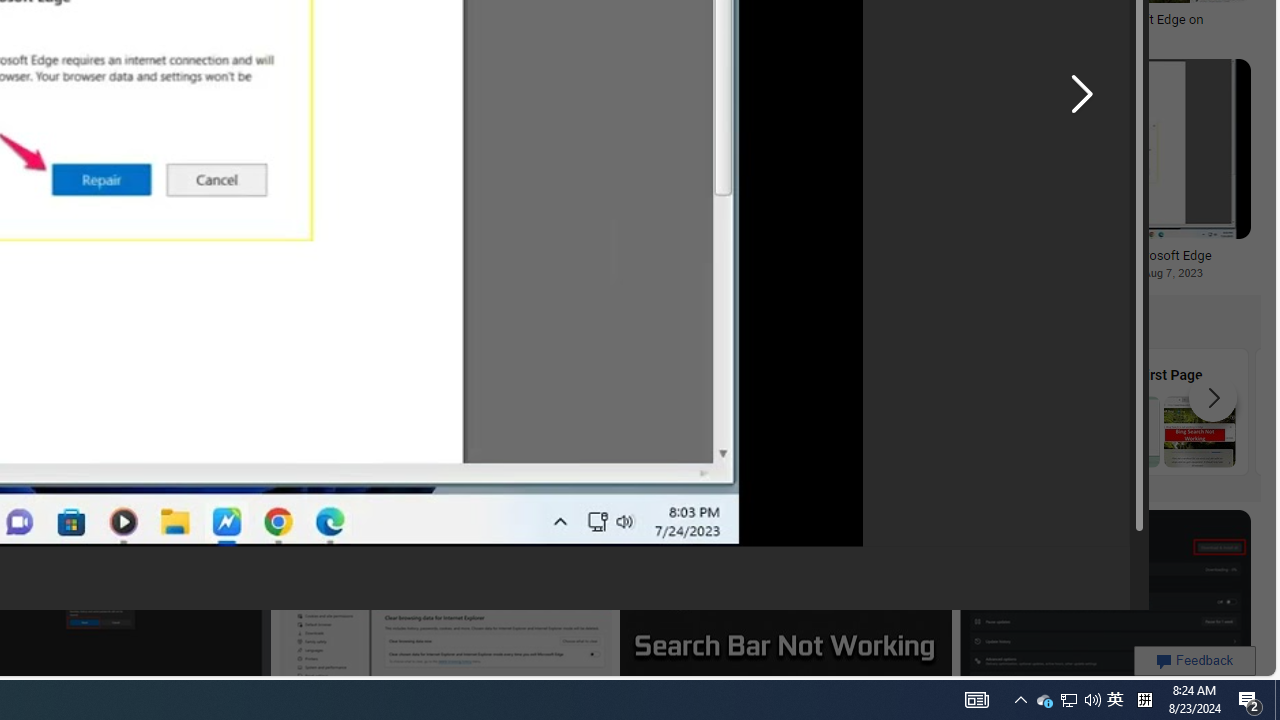 The image size is (1280, 720). Describe the element at coordinates (1162, 410) in the screenshot. I see `'Why First Page of Bing Search Not Working Why First Page'` at that location.